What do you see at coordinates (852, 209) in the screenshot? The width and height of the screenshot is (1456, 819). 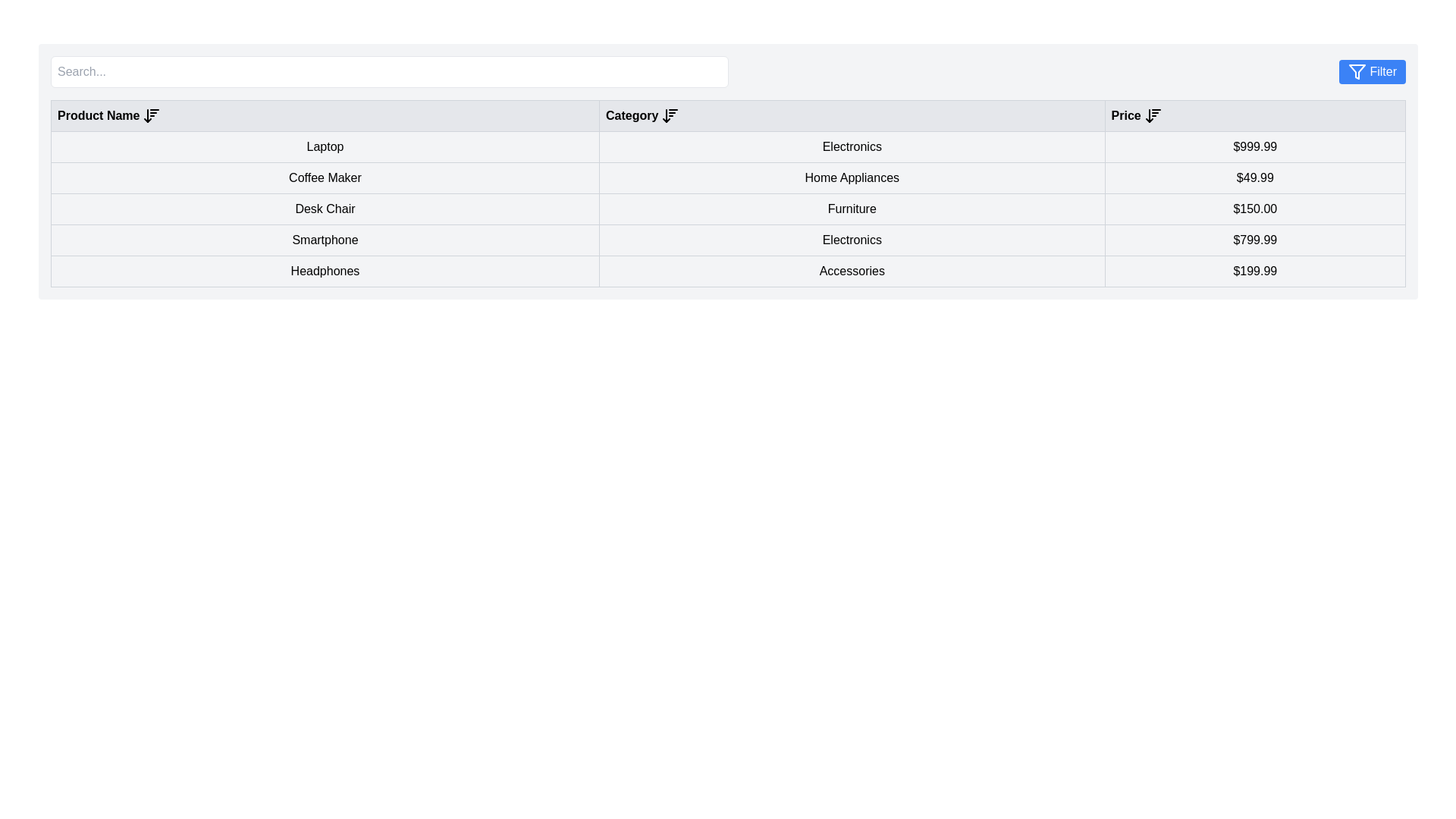 I see `the 'Furniture' category designation cell located in the third row of the table, between 'Desk Chair' and '$150.00'` at bounding box center [852, 209].